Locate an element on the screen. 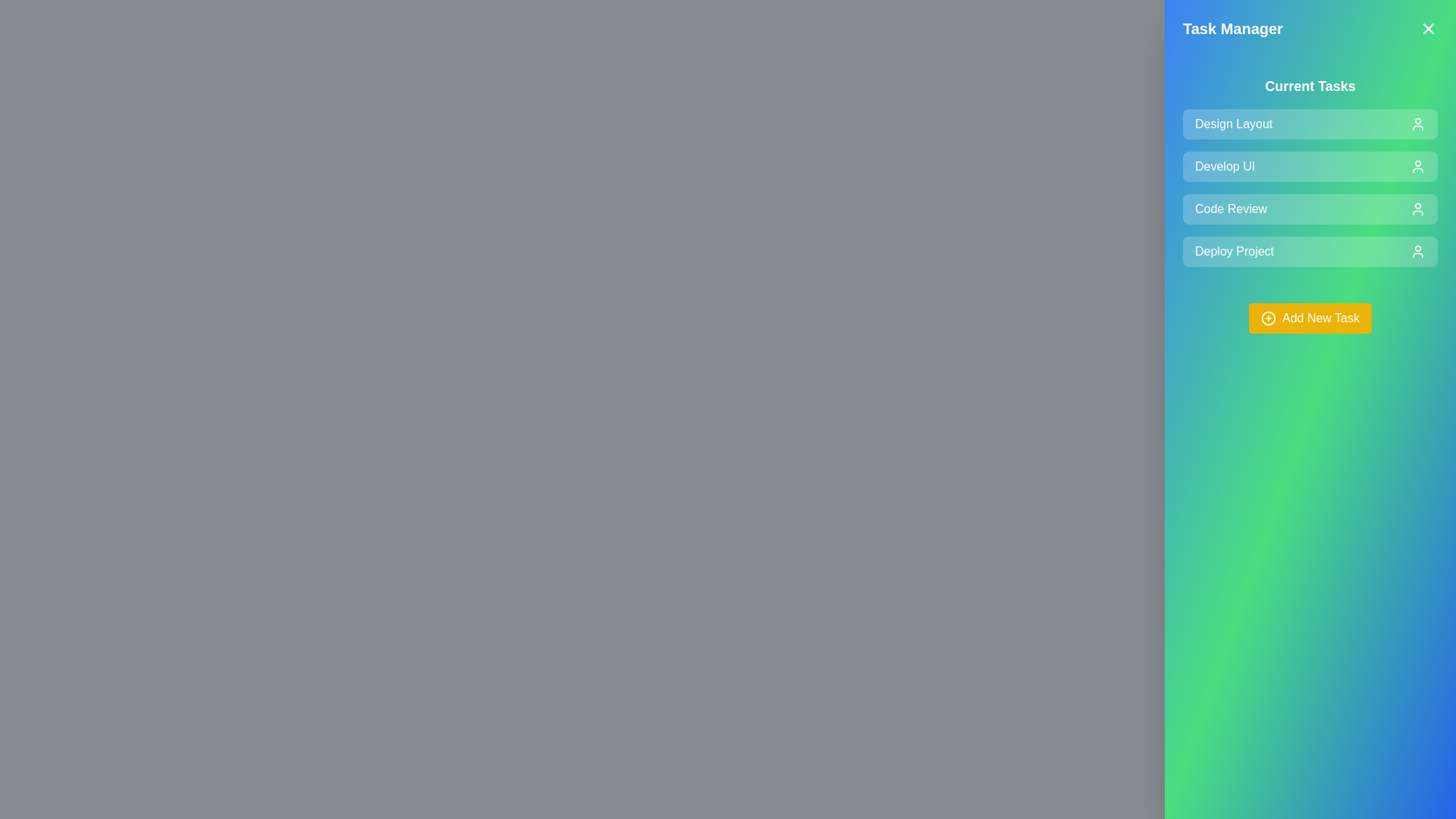 The height and width of the screenshot is (819, 1456). the second task entry labeled 'Develop UI' is located at coordinates (1310, 166).